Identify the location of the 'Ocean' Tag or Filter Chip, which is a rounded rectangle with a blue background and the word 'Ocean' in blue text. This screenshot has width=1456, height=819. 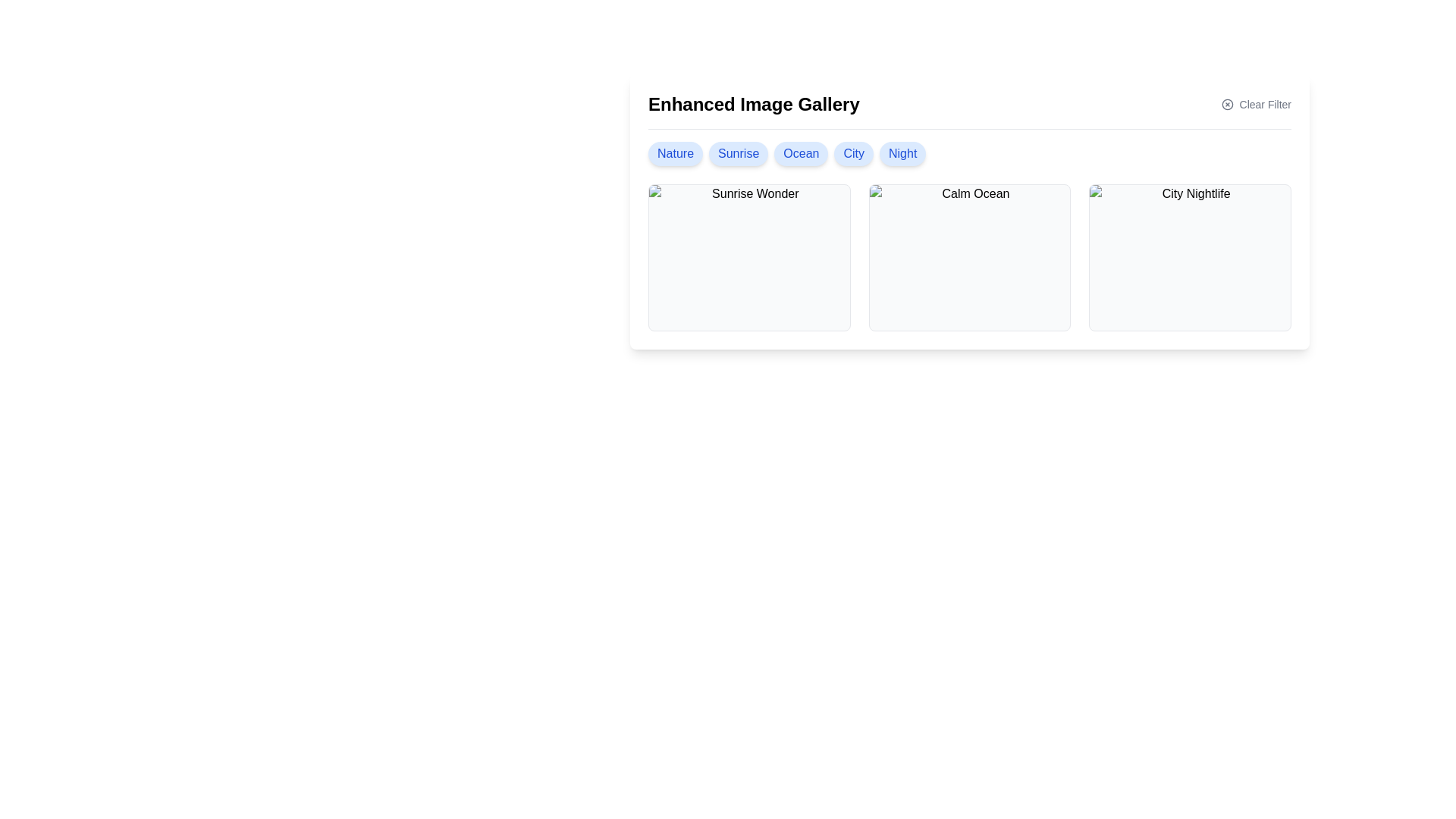
(800, 154).